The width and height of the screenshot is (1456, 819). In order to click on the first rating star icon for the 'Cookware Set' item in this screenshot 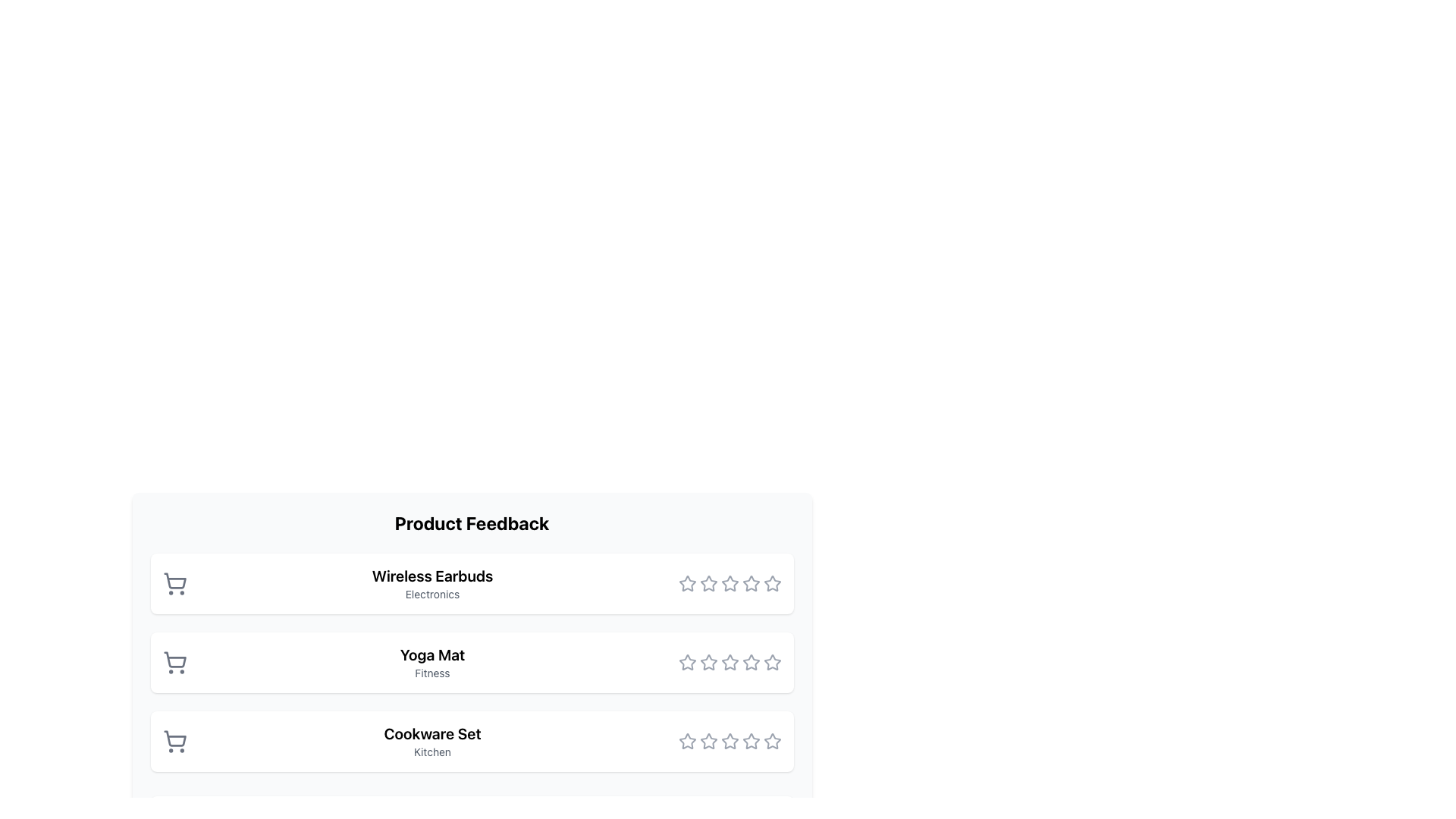, I will do `click(686, 740)`.